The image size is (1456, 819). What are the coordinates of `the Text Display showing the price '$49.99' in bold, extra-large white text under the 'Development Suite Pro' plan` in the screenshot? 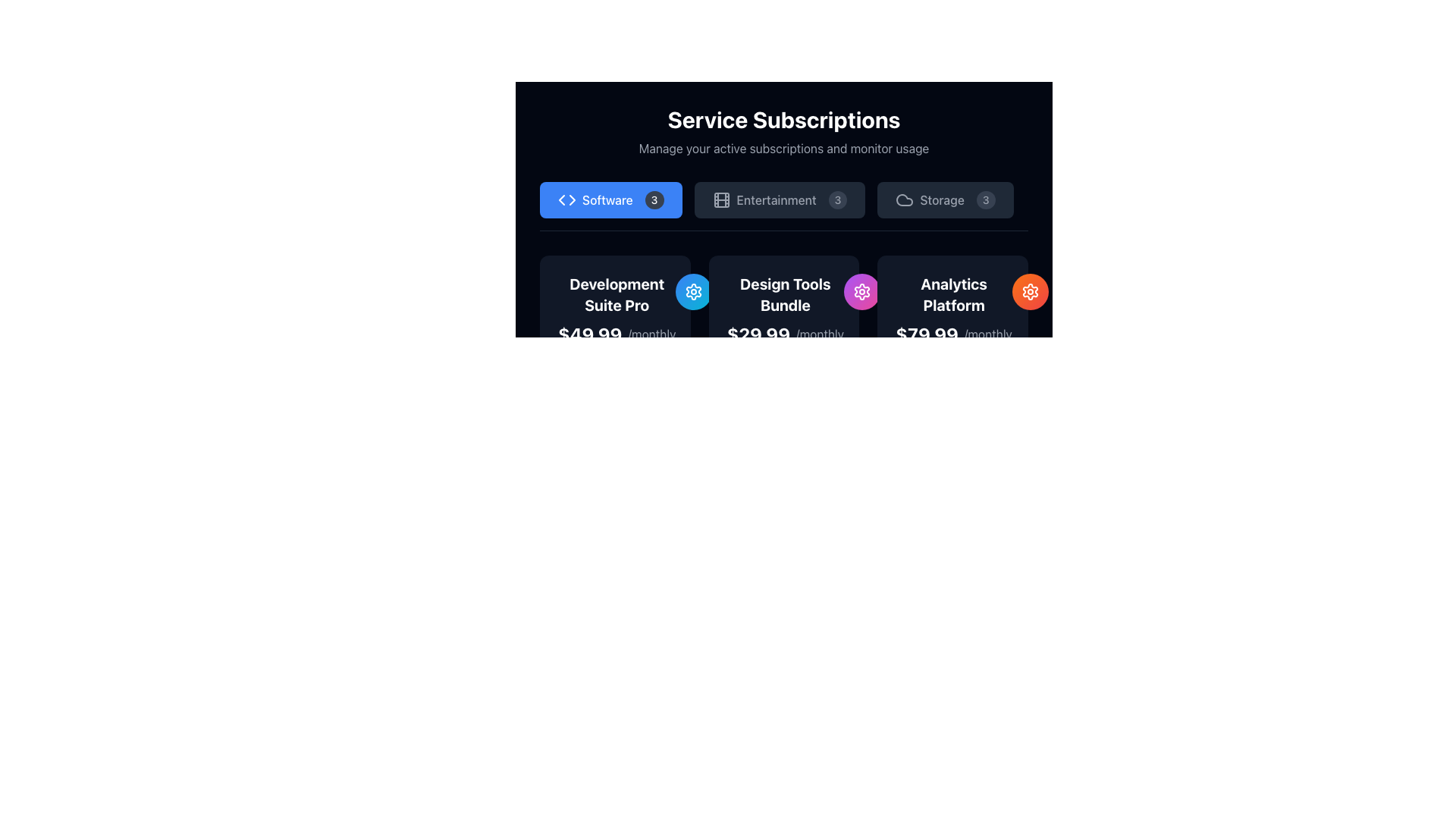 It's located at (589, 333).